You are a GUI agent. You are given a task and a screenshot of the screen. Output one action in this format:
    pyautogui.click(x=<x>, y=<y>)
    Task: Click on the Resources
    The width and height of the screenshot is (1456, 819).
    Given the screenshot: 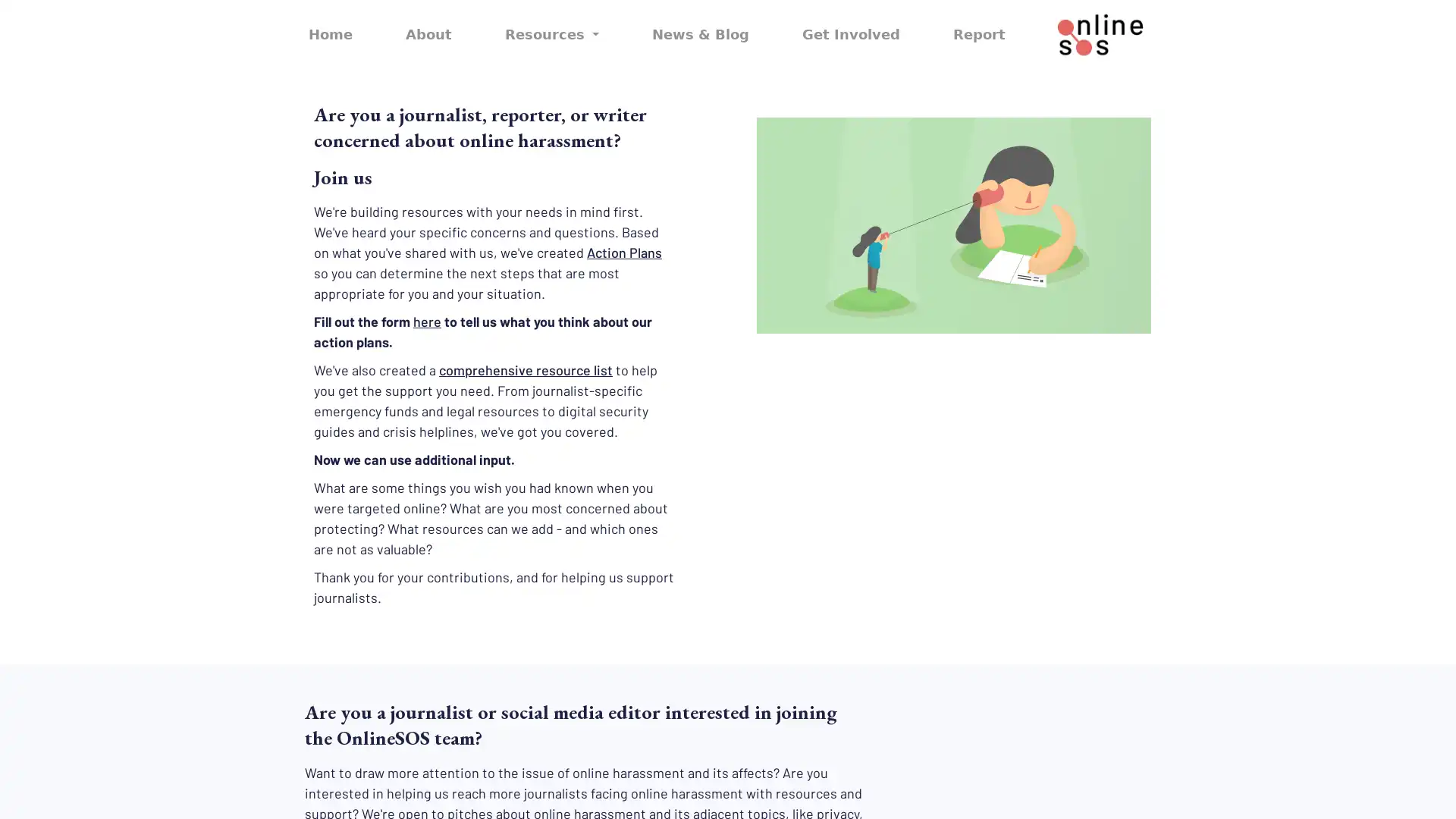 What is the action you would take?
    pyautogui.click(x=525, y=33)
    